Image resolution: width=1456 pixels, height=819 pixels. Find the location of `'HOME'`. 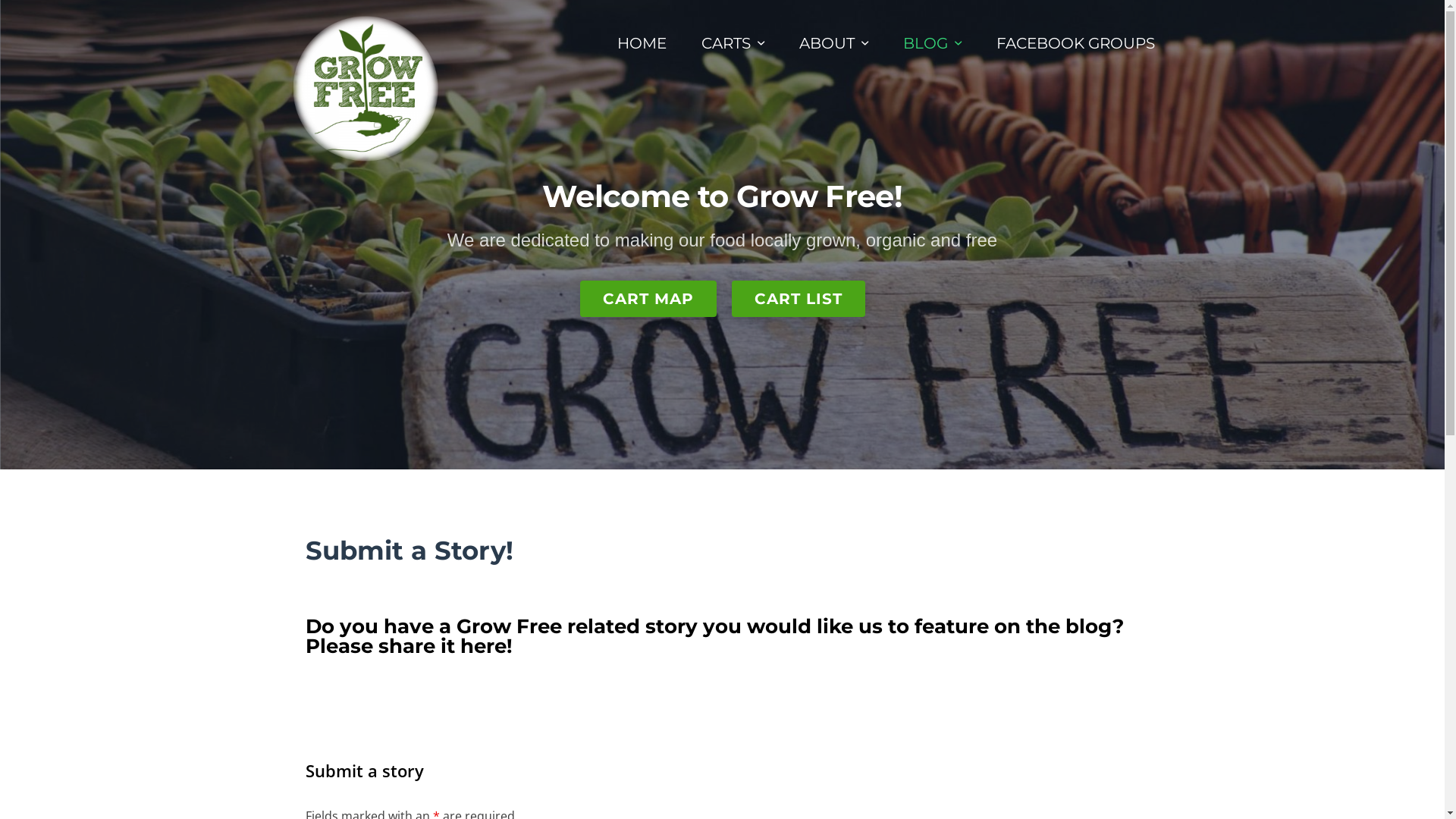

'HOME' is located at coordinates (642, 42).